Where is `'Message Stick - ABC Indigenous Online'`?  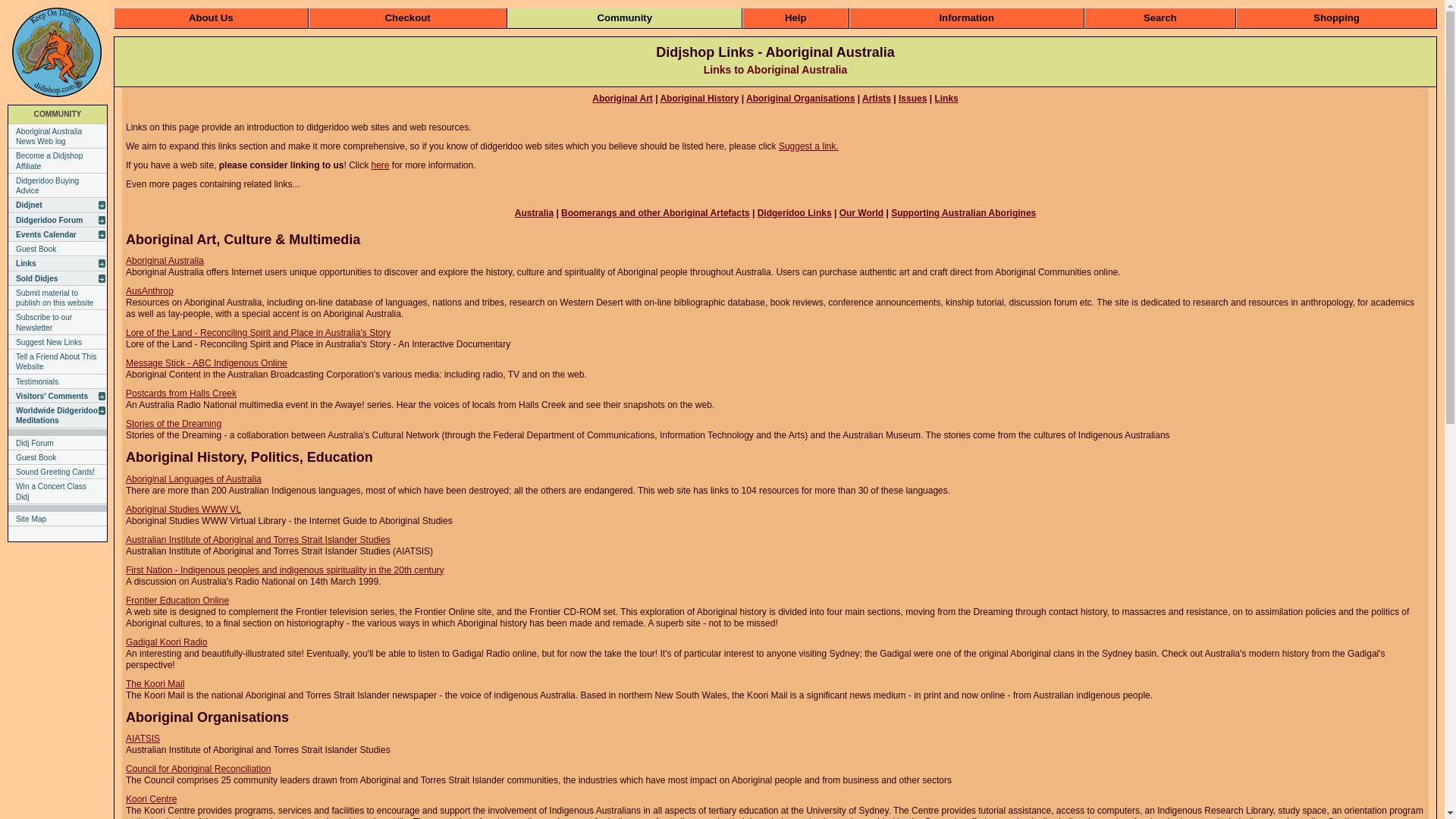 'Message Stick - ABC Indigenous Online' is located at coordinates (206, 362).